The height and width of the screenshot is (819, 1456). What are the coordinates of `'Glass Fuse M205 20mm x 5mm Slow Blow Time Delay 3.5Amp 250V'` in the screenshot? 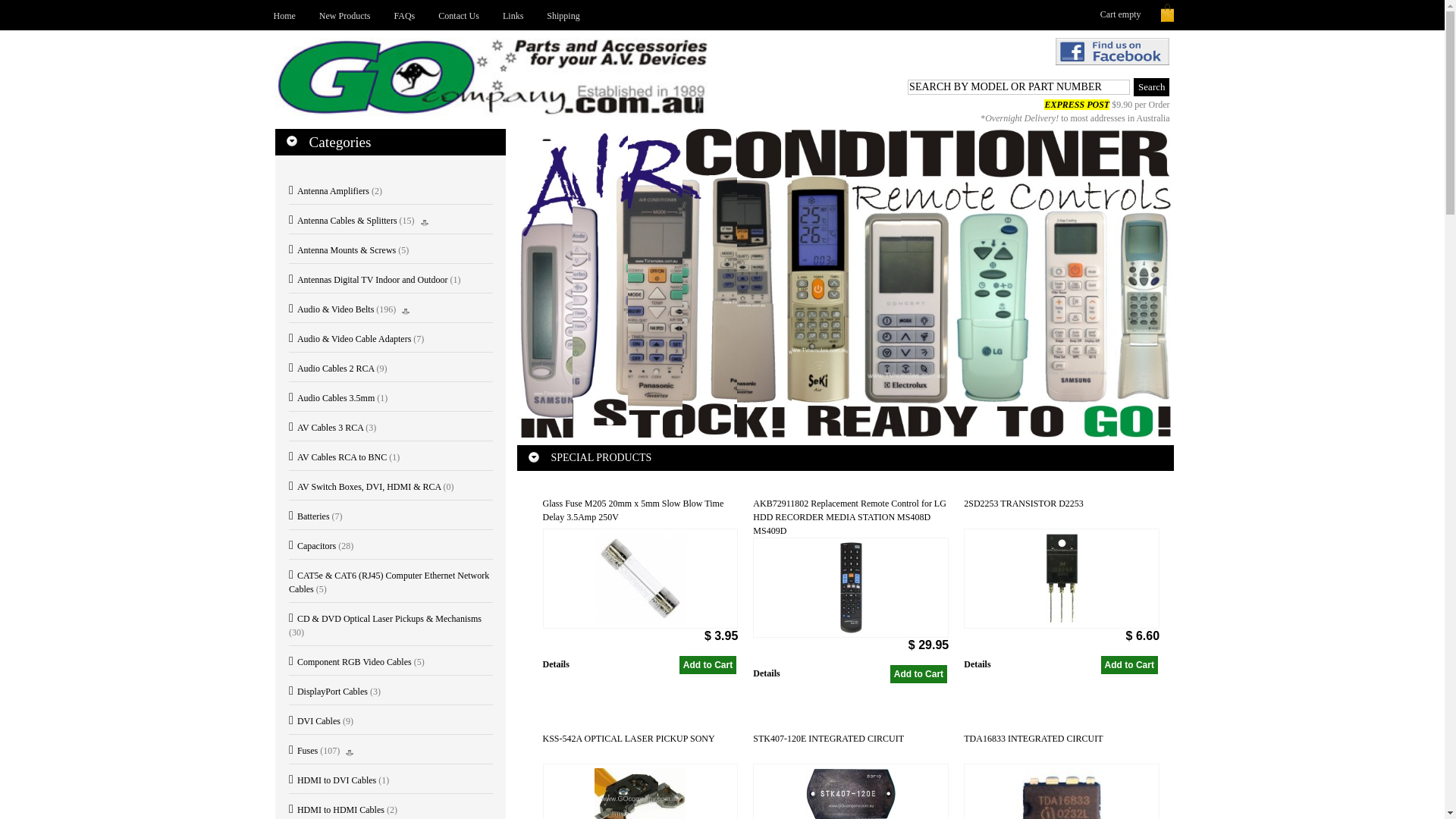 It's located at (640, 512).